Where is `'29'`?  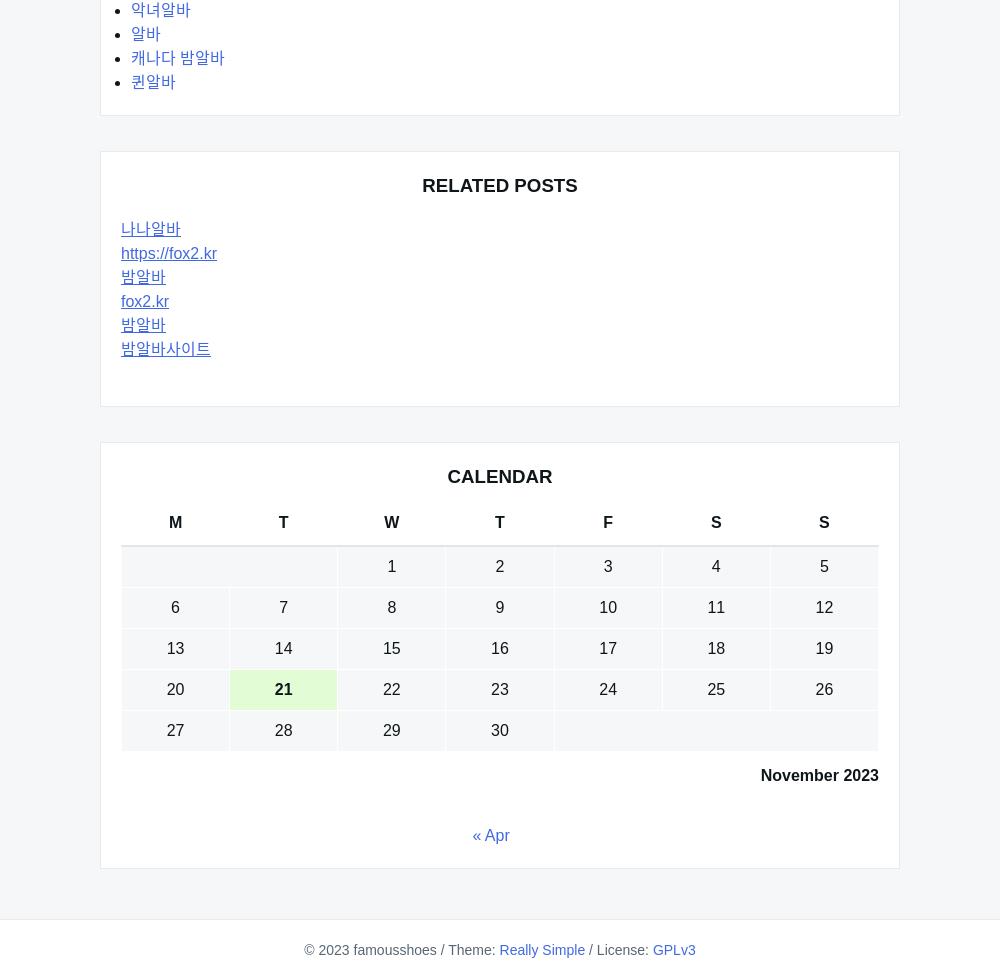
'29' is located at coordinates (391, 730).